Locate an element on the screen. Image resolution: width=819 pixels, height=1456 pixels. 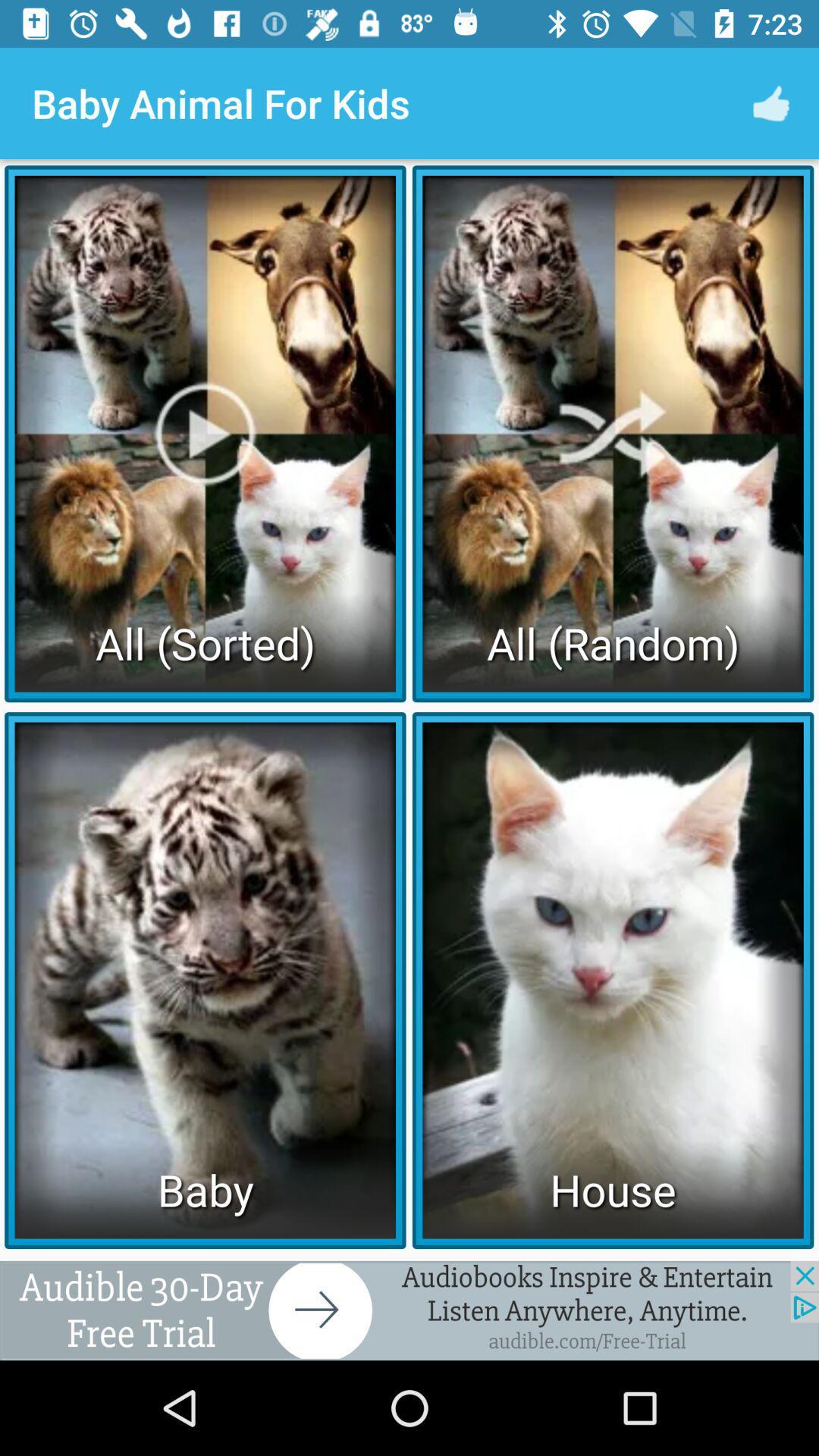
the second image in the second row is located at coordinates (612, 980).